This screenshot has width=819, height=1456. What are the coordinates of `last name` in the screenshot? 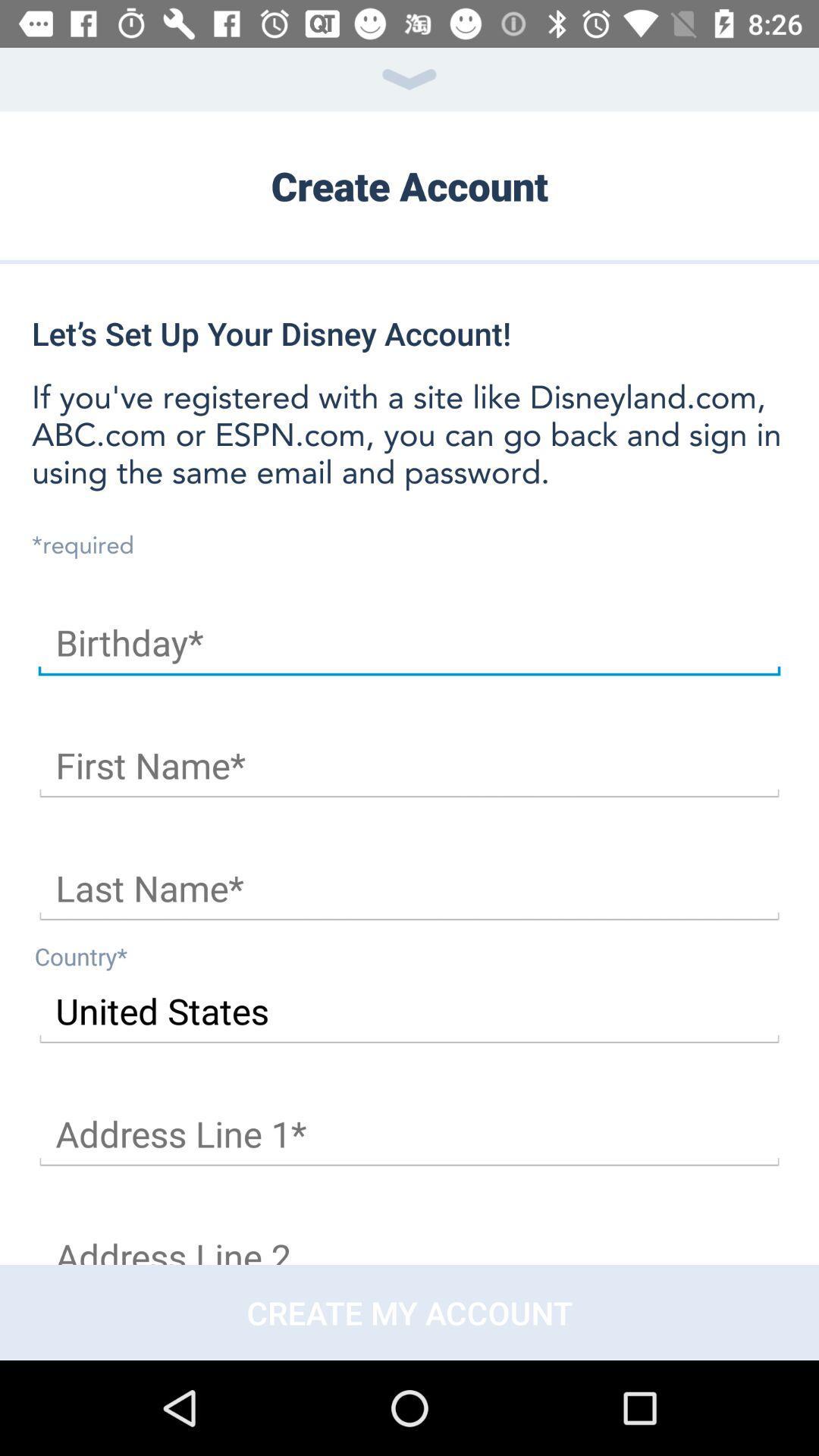 It's located at (409, 889).